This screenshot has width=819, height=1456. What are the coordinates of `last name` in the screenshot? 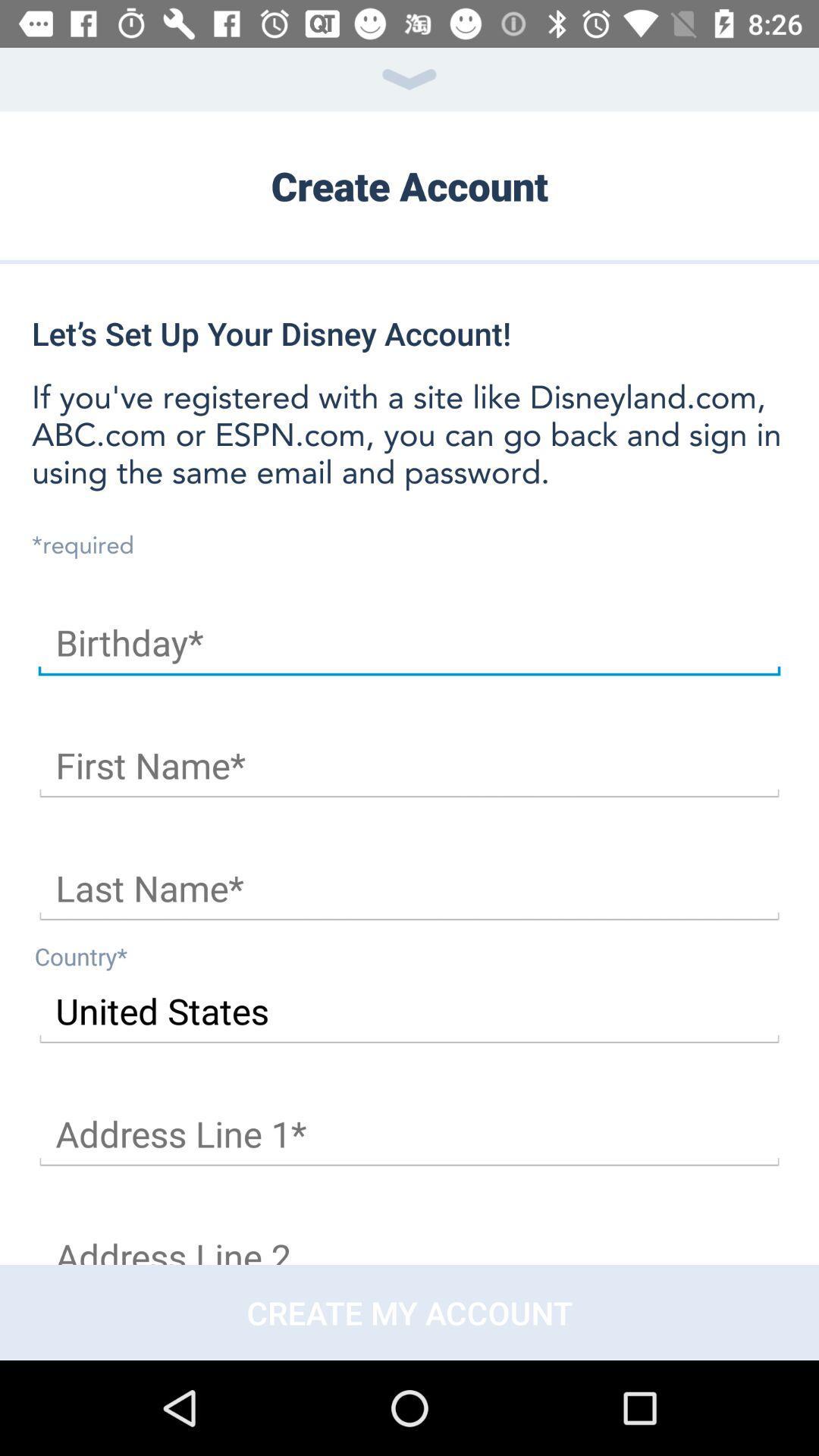 It's located at (409, 889).